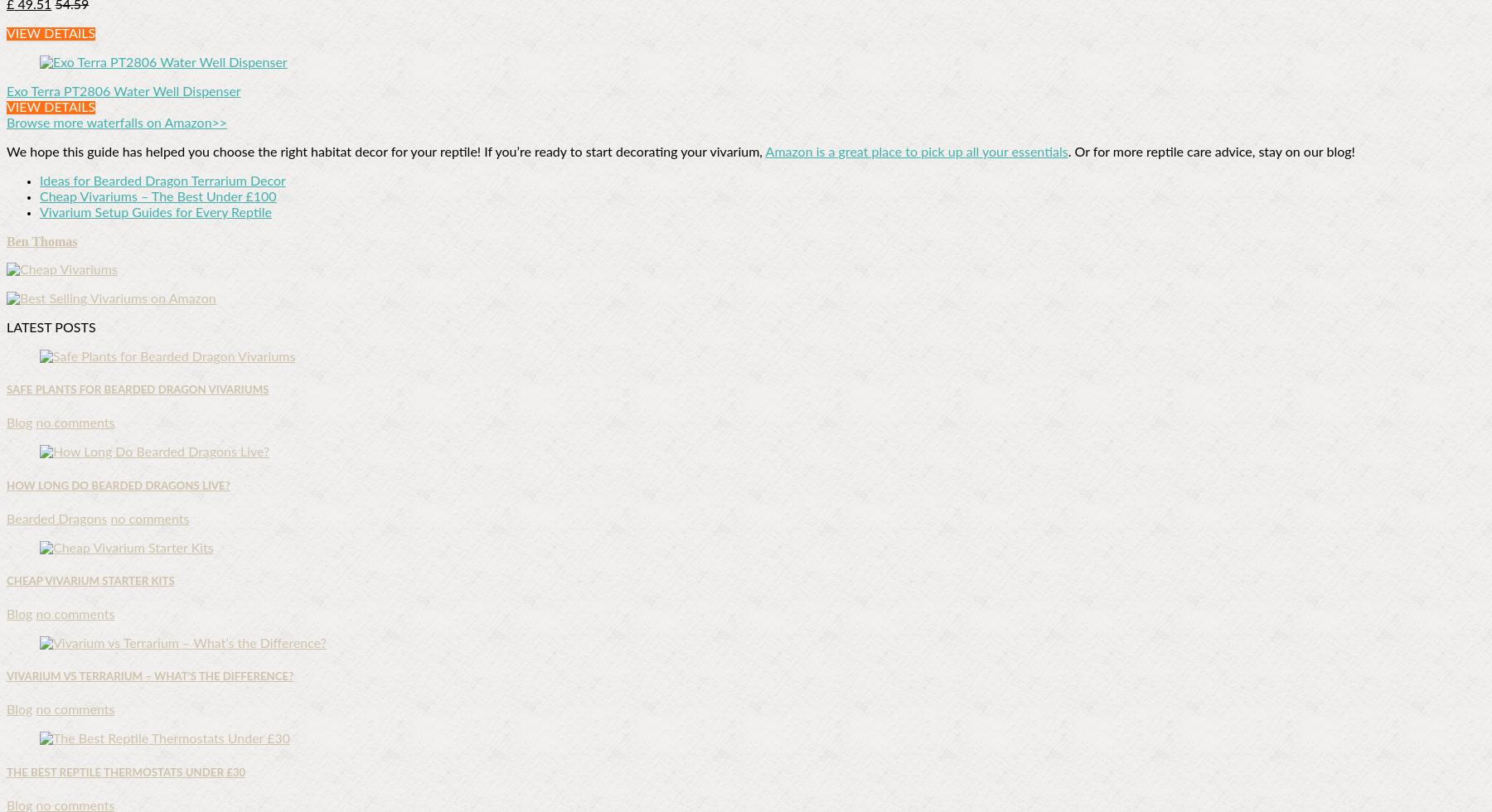 This screenshot has width=1492, height=812. I want to click on 'We hope this guide has helped you choose the right habitat decor for your reptile! If you’re ready to start decorating your vivarium,', so click(385, 152).